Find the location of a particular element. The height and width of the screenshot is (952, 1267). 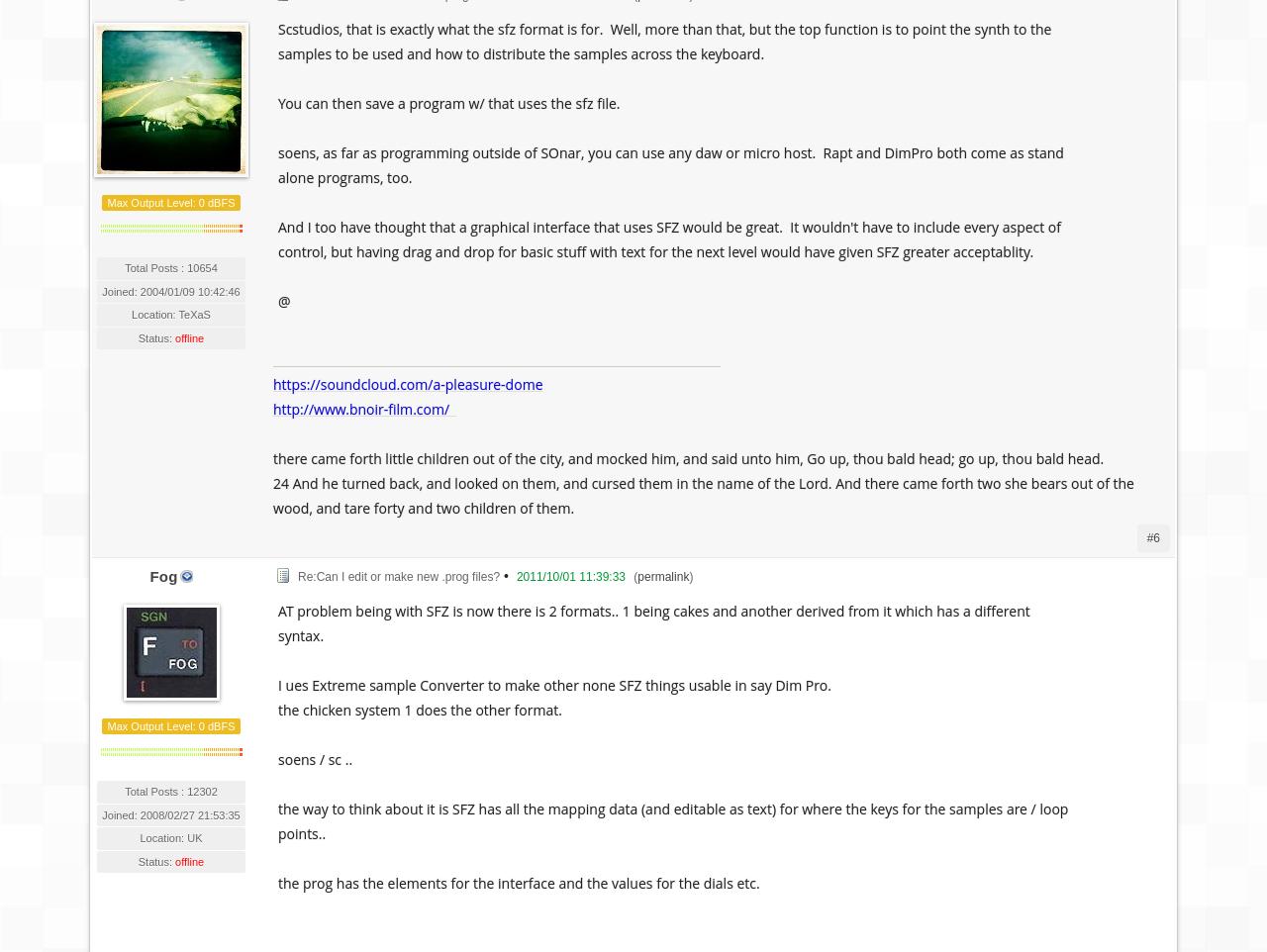

'Scstudios, that is exactly what the sfz format is for.  Well, more than that, but the top function is to point the synth to the samples to be used and how to distribute the samples across the keyboard.' is located at coordinates (664, 41).